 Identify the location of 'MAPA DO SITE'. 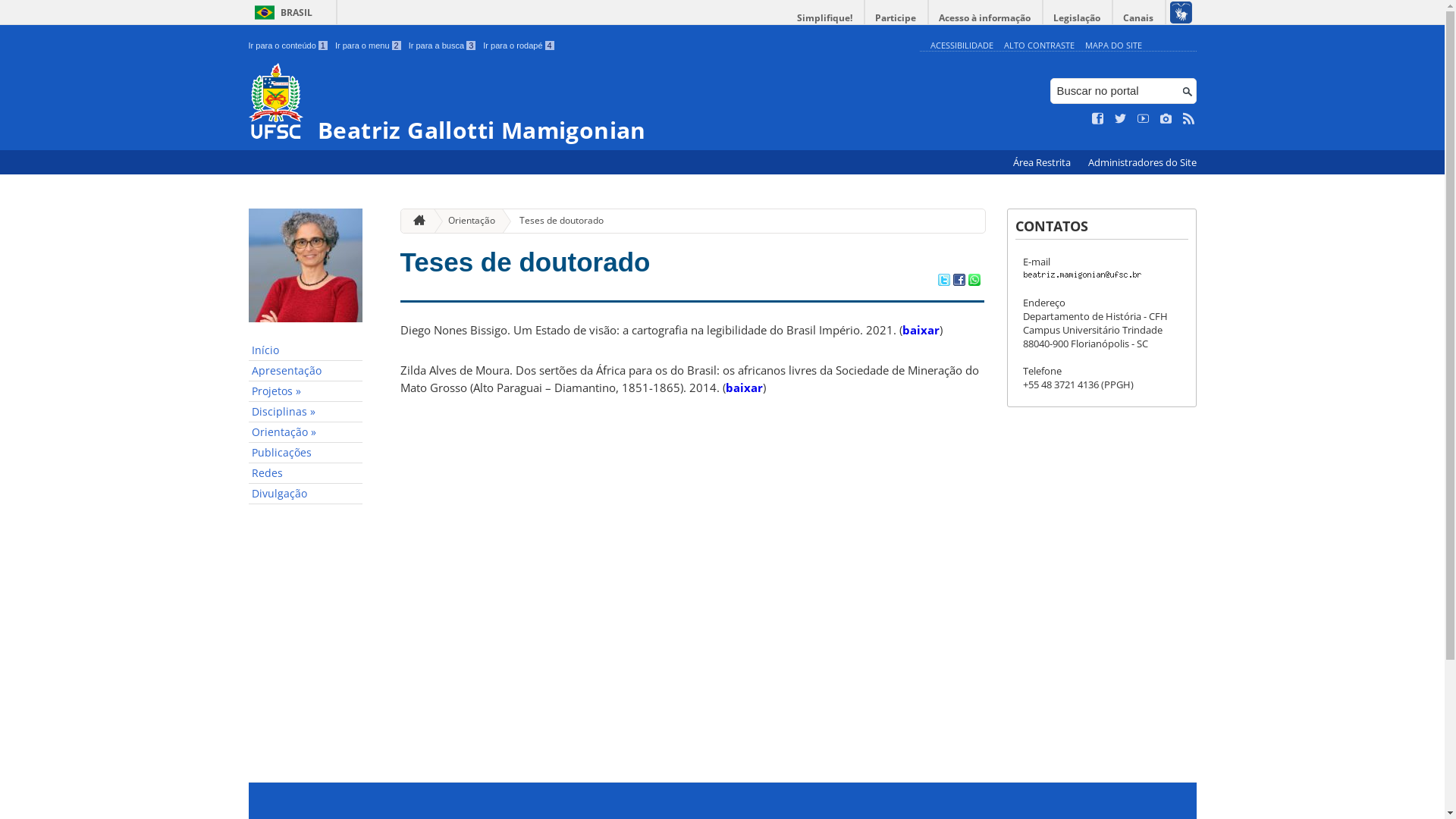
(1084, 44).